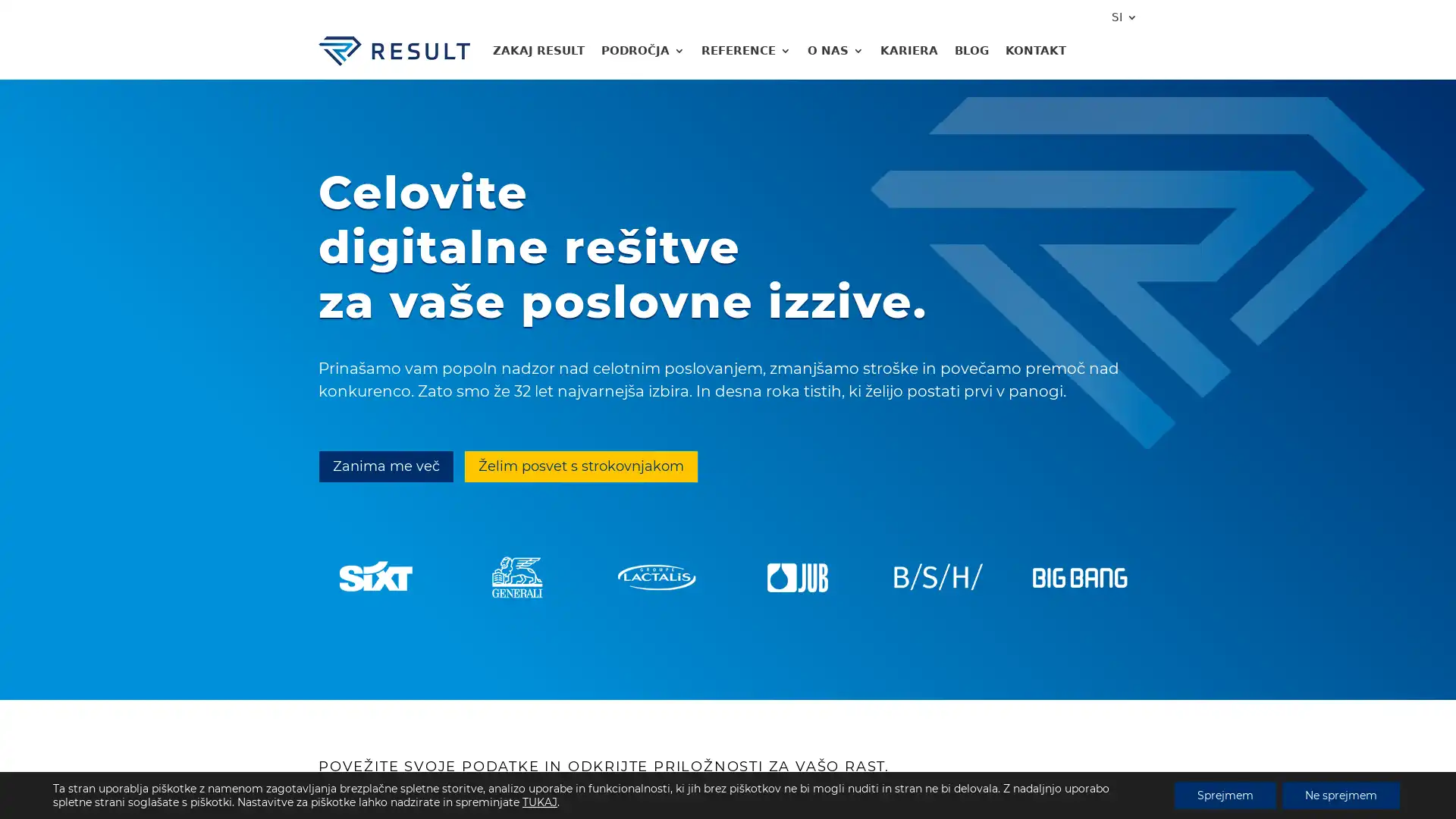 Image resolution: width=1456 pixels, height=819 pixels. I want to click on Ne sprejmem, so click(1341, 795).